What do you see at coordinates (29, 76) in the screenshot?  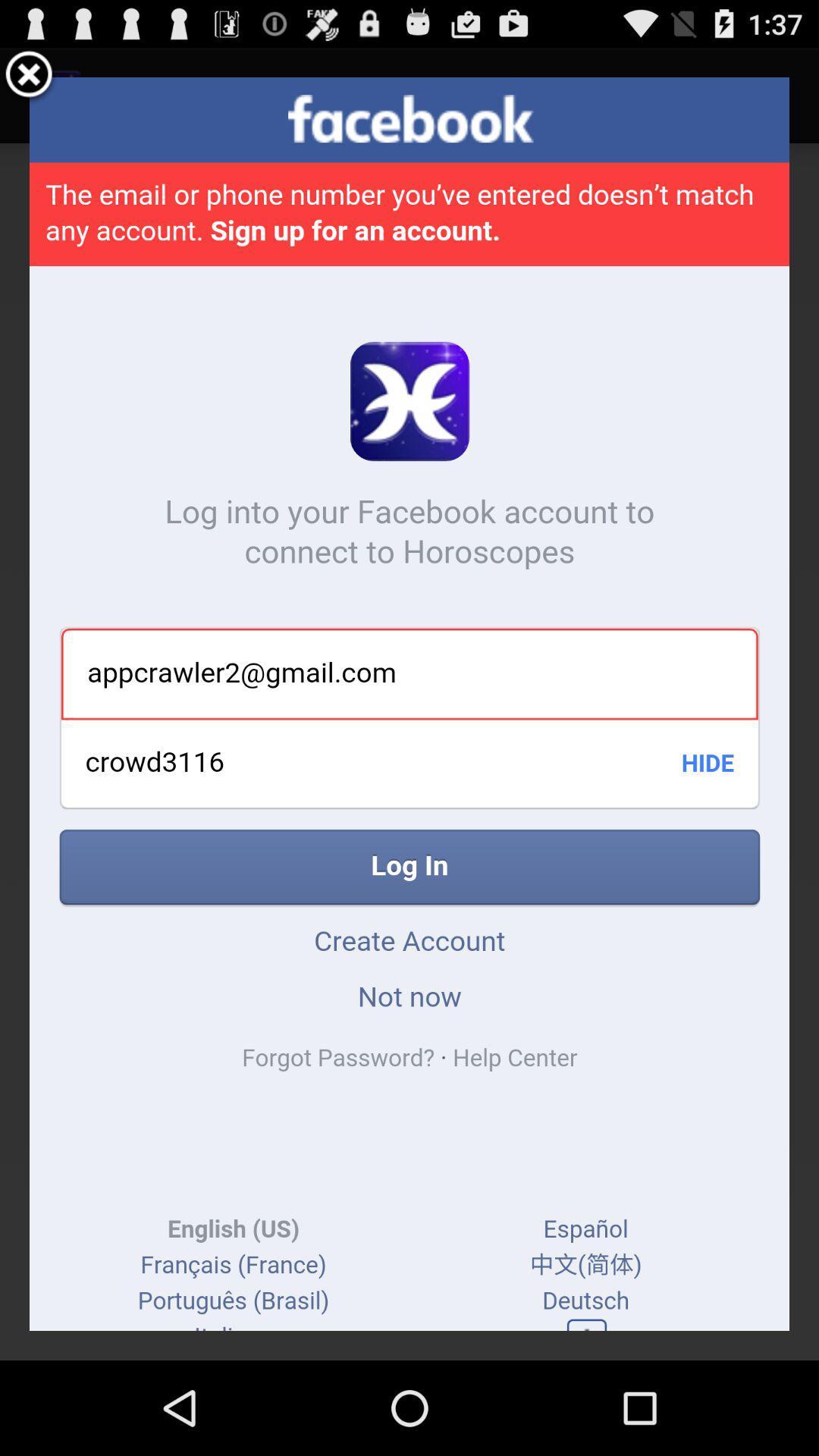 I see `window` at bounding box center [29, 76].